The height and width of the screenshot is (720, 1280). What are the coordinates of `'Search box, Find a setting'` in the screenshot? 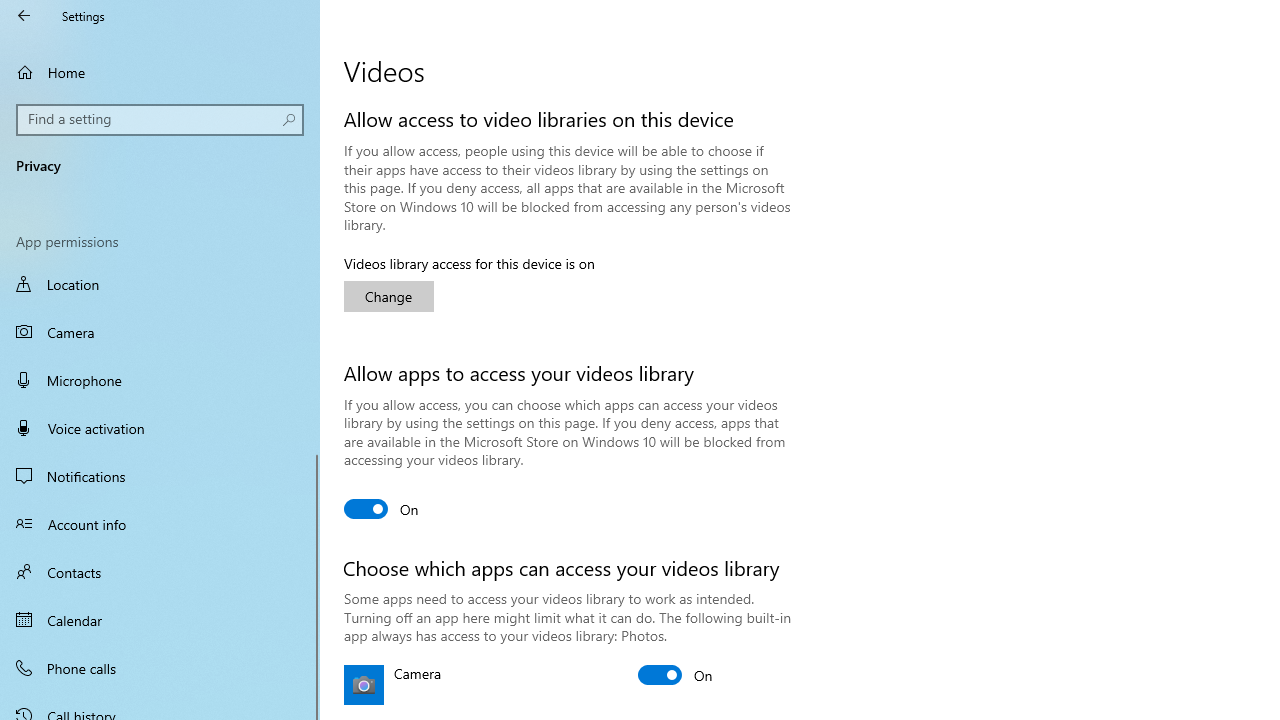 It's located at (160, 119).